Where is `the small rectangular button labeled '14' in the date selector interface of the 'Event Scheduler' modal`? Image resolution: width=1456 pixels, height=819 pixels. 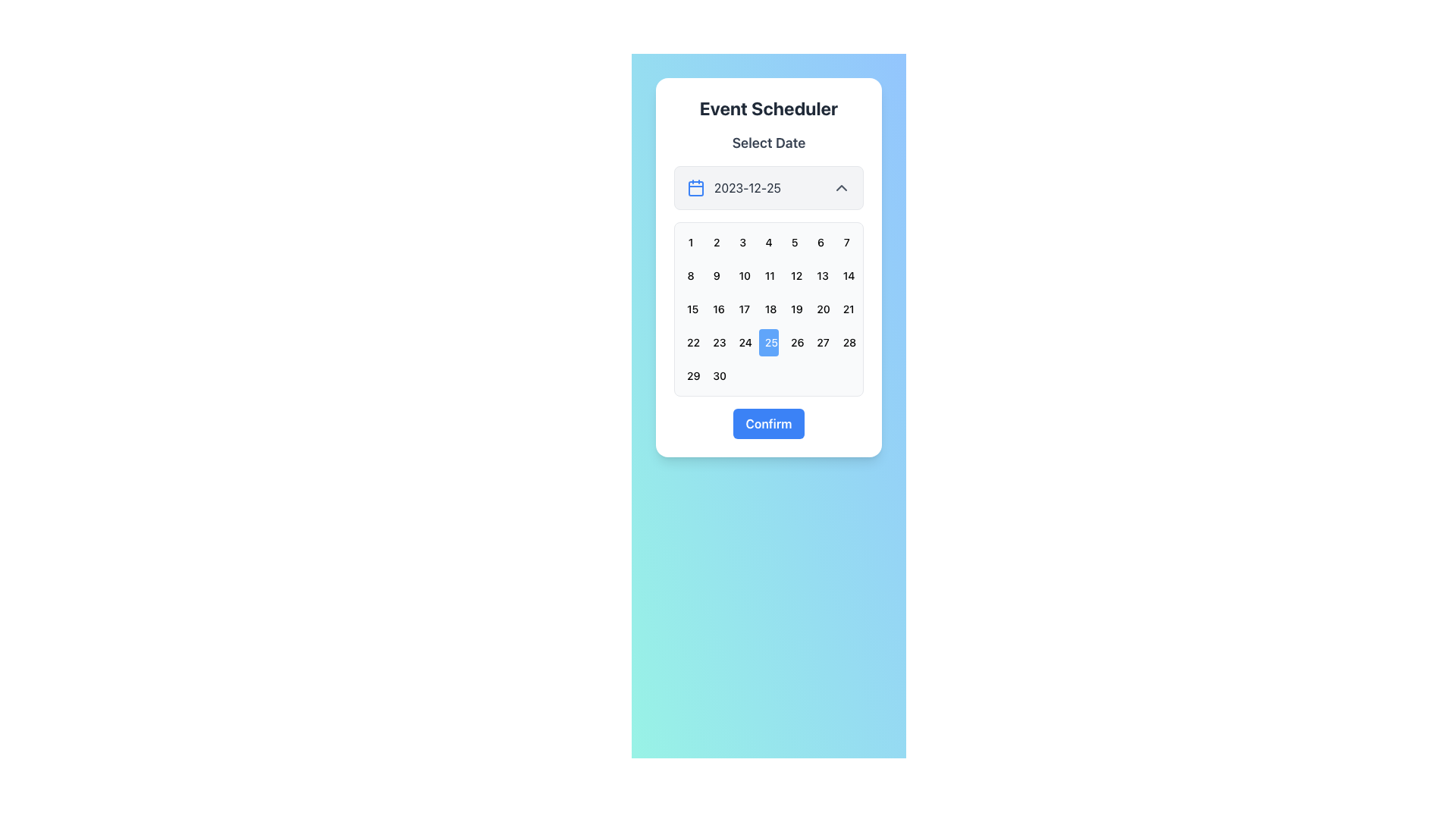
the small rectangular button labeled '14' in the date selector interface of the 'Event Scheduler' modal is located at coordinates (846, 275).